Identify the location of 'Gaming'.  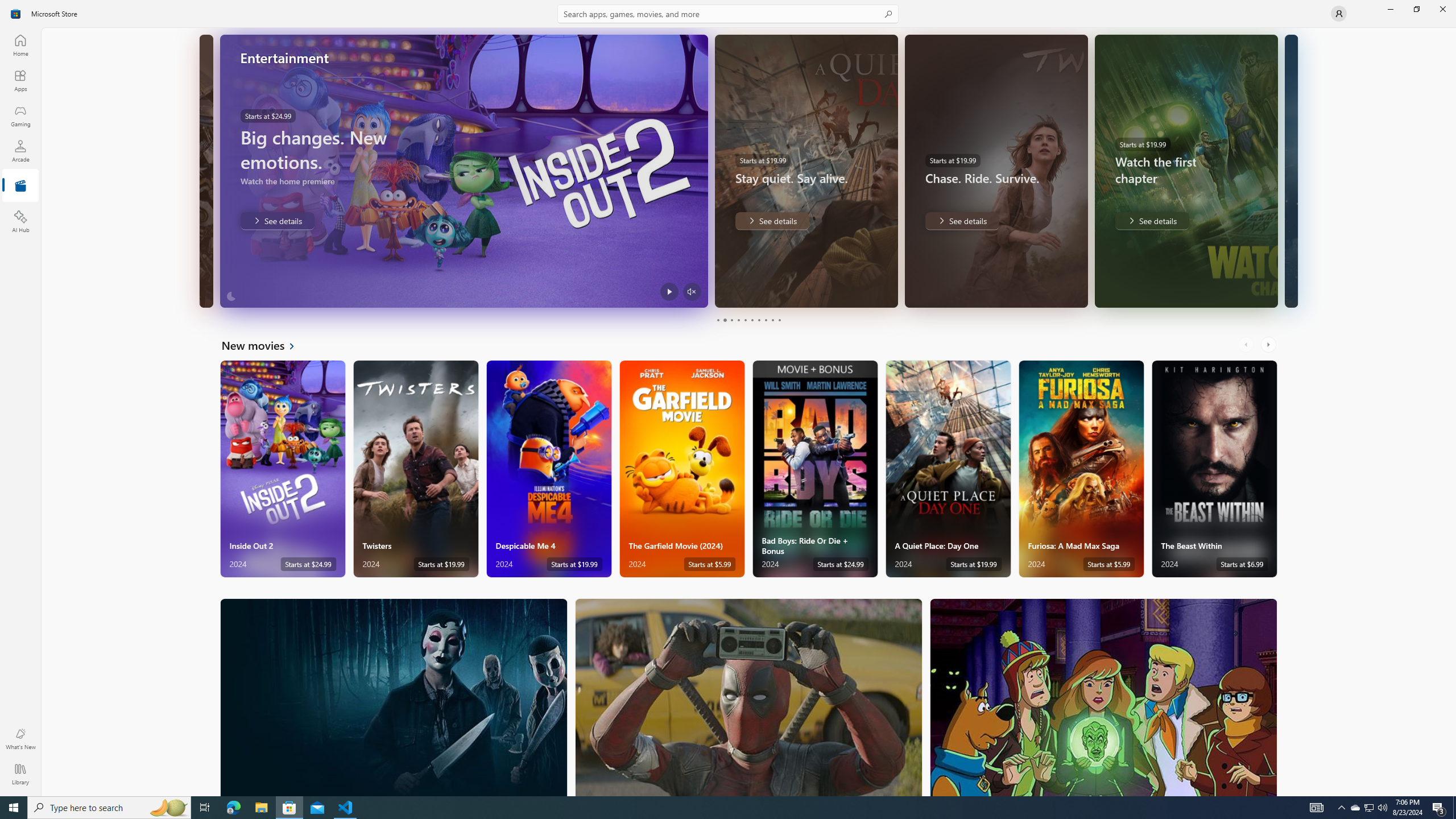
(19, 115).